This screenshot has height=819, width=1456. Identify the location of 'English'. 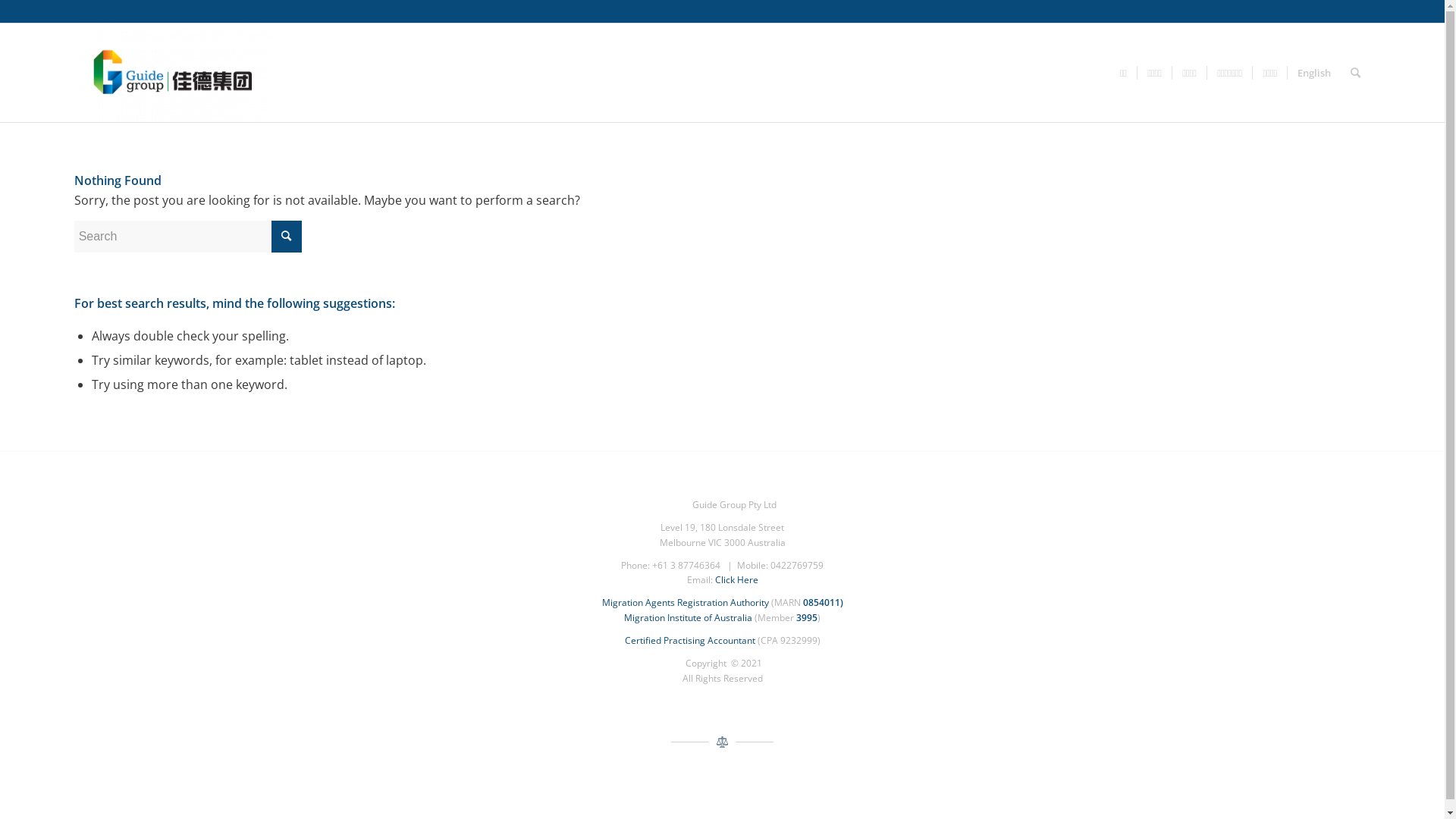
(1313, 73).